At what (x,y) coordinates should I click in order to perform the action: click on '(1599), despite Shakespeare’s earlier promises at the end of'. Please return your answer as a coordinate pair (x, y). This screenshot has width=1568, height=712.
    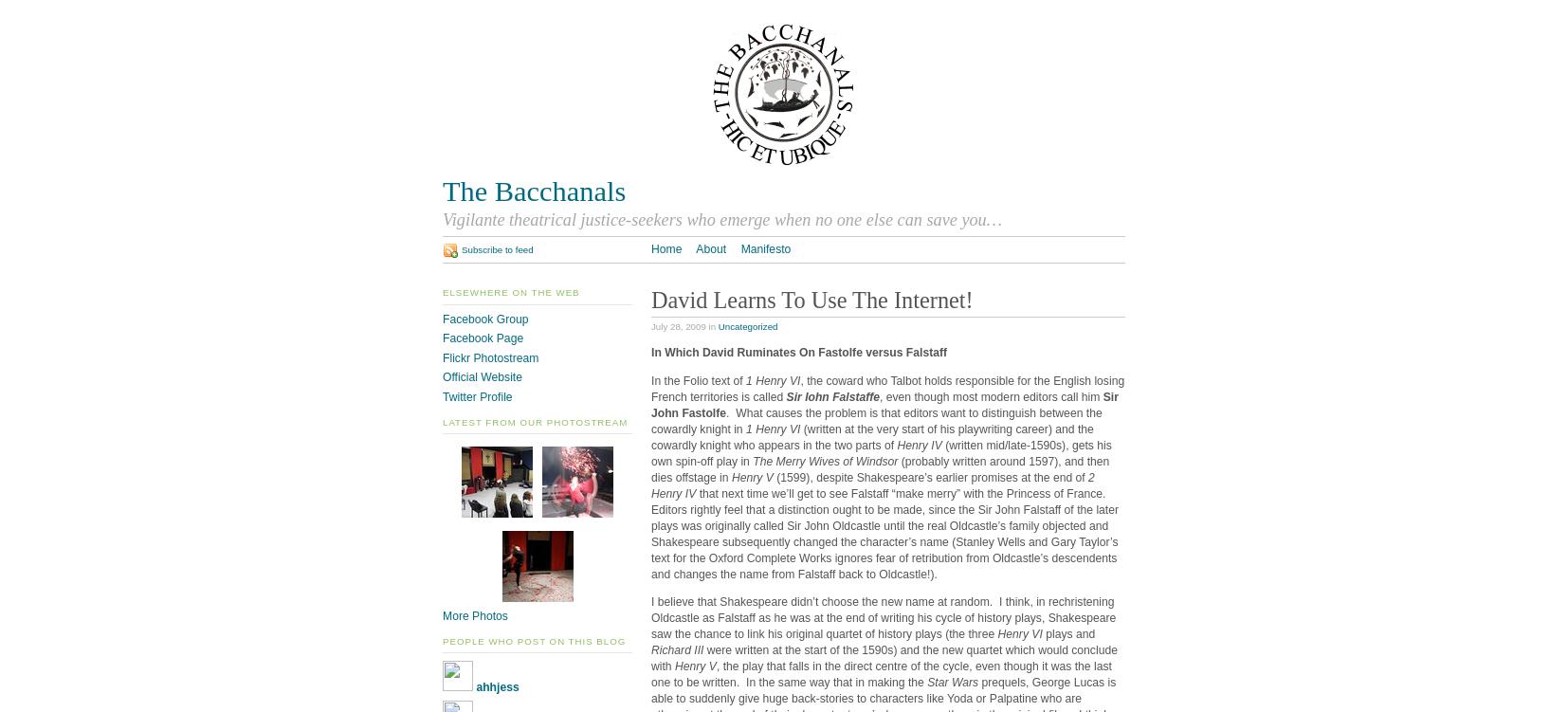
    Looking at the image, I should click on (772, 477).